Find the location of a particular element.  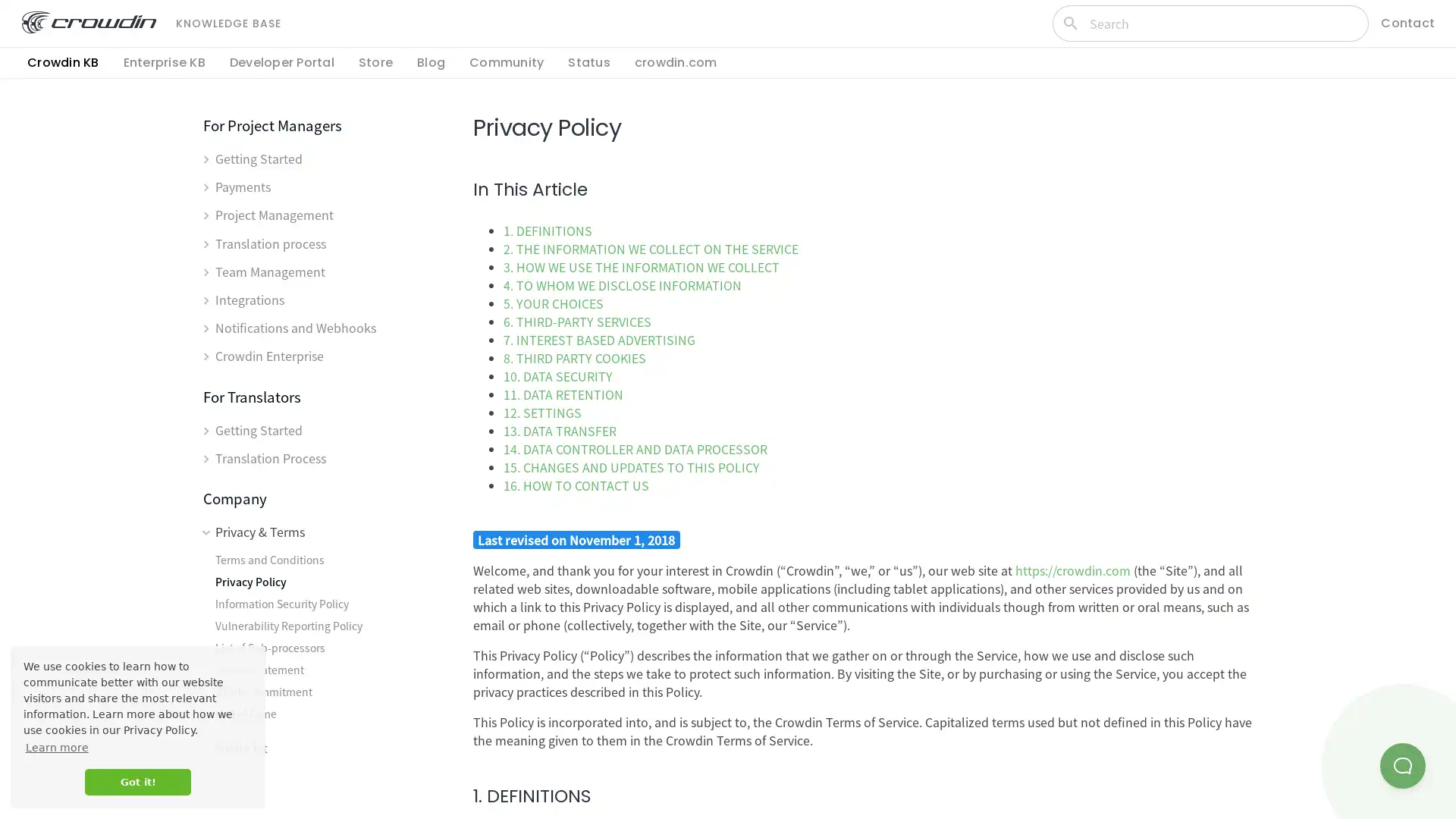

learn more about cookies is located at coordinates (56, 747).